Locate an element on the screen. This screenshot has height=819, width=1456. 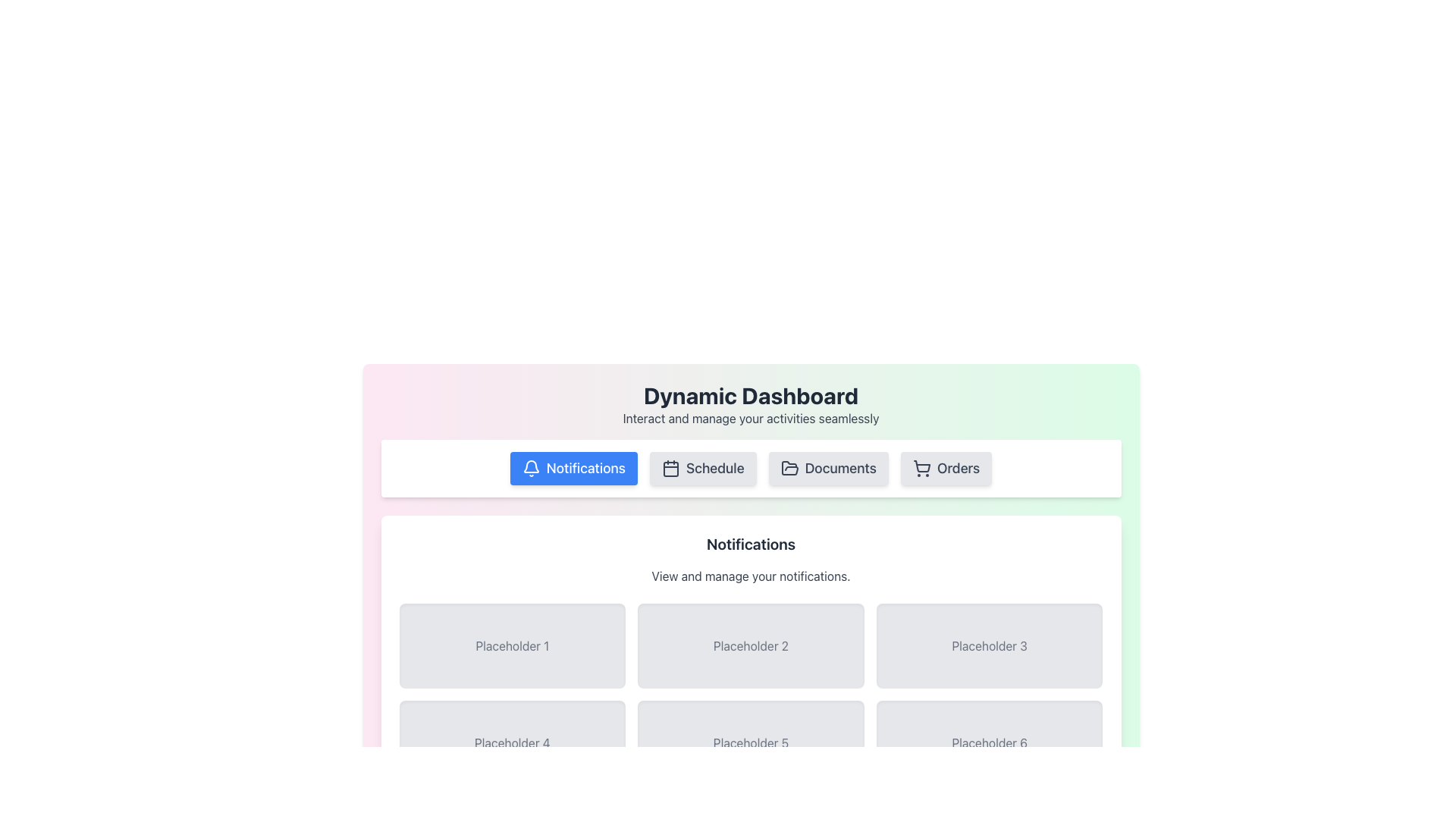
the Static card placeholder located in the bottom-left of the grid layout, specifically fourth among six similar elements, positioned directly below 'Placeholder 1' and adjacent to 'Placeholder 5' is located at coordinates (512, 742).